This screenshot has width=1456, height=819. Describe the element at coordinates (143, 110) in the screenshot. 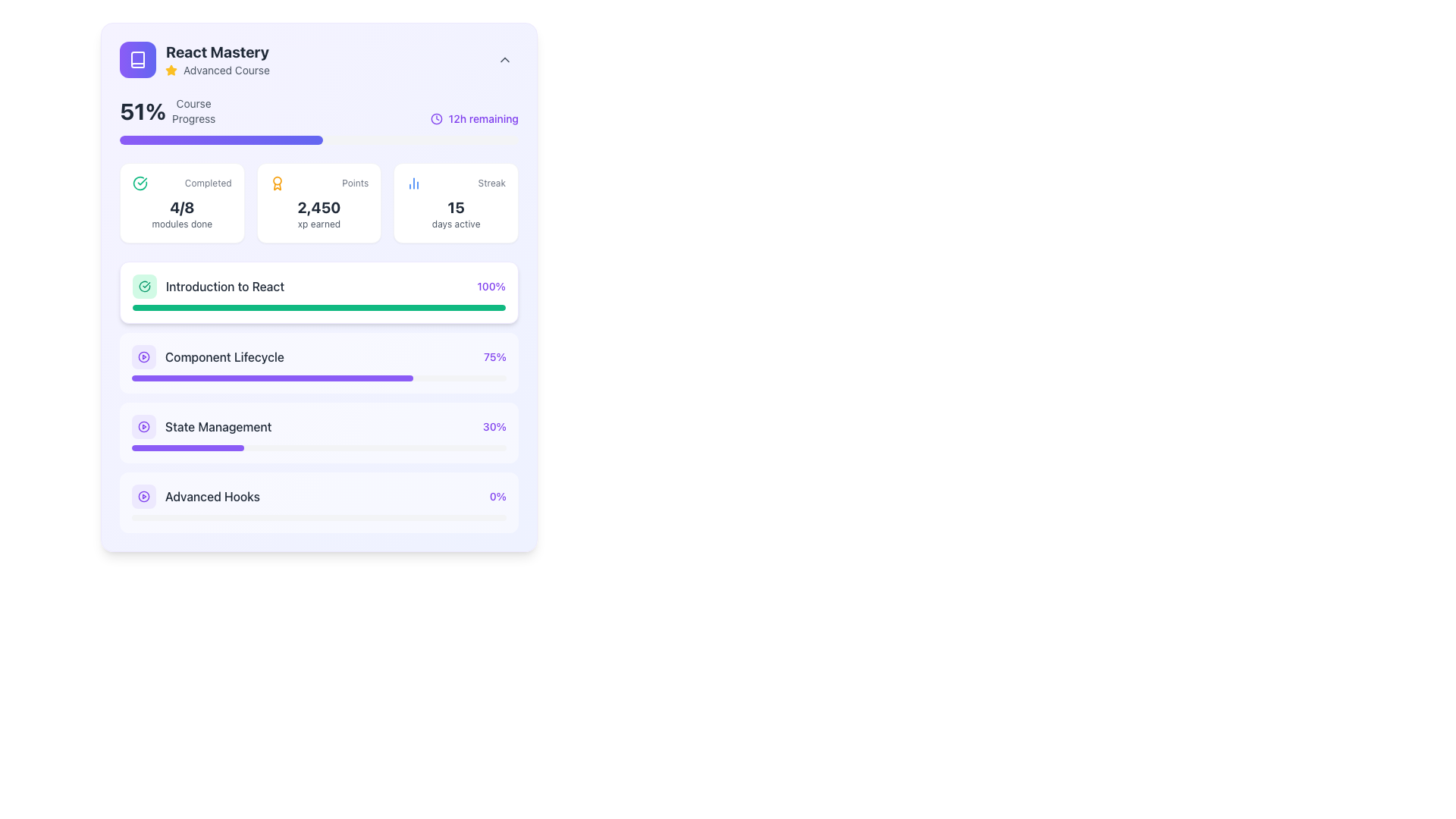

I see `the '51%' text label, which is bold and large, indicating course progress in the top-left corner of the interface` at that location.